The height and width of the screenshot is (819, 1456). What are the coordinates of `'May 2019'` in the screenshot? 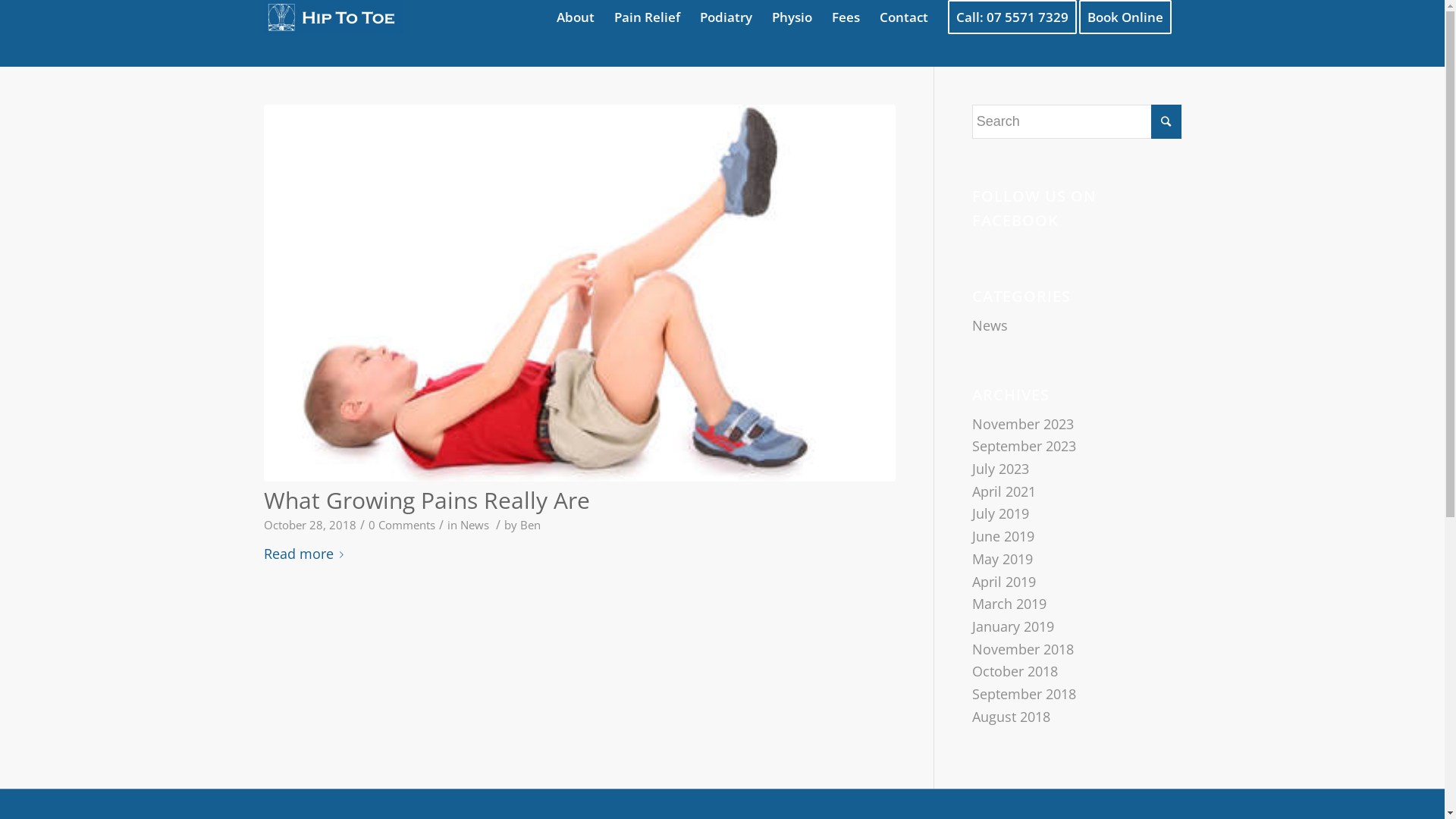 It's located at (1002, 558).